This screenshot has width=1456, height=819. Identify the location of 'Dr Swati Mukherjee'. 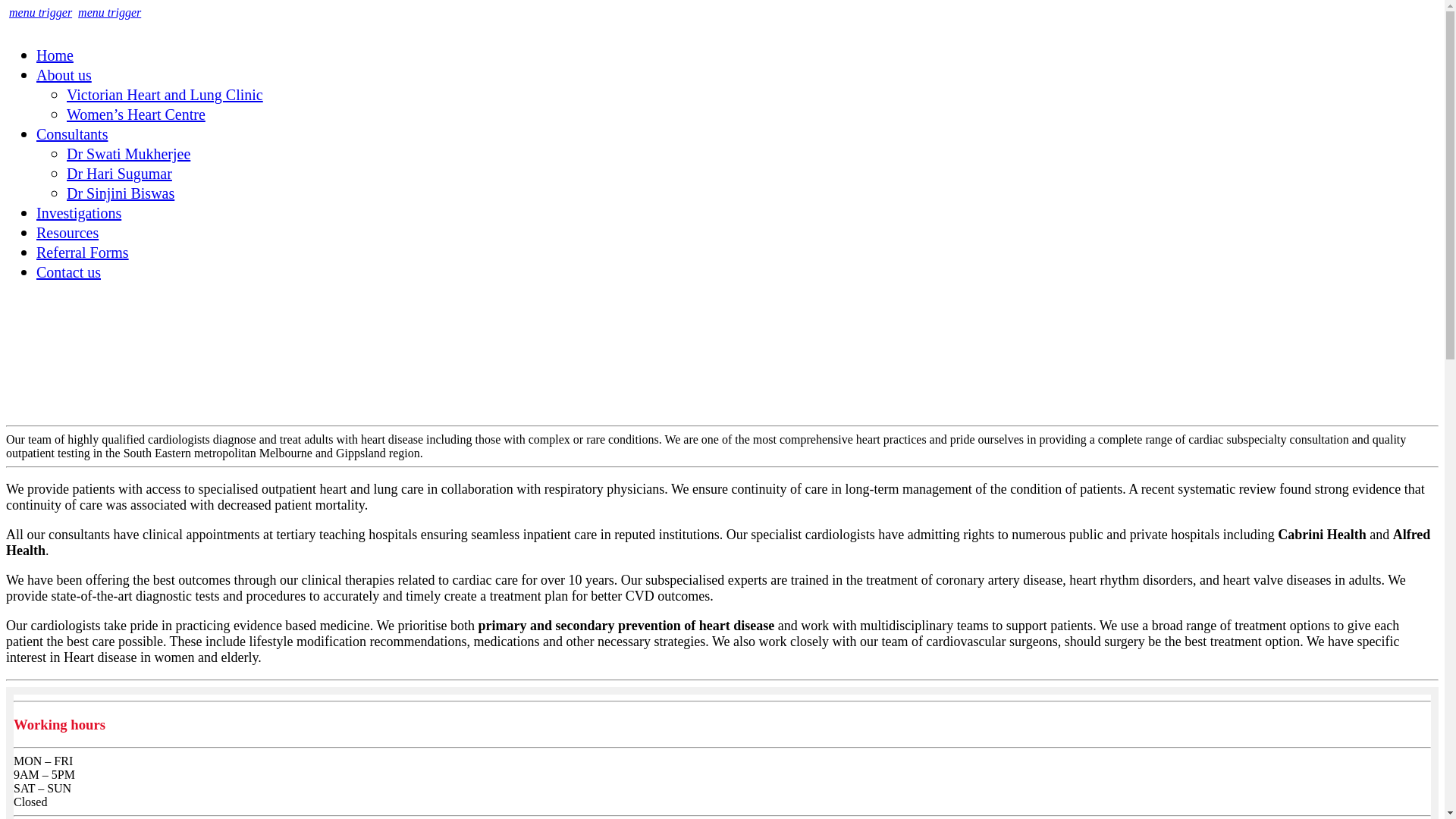
(128, 154).